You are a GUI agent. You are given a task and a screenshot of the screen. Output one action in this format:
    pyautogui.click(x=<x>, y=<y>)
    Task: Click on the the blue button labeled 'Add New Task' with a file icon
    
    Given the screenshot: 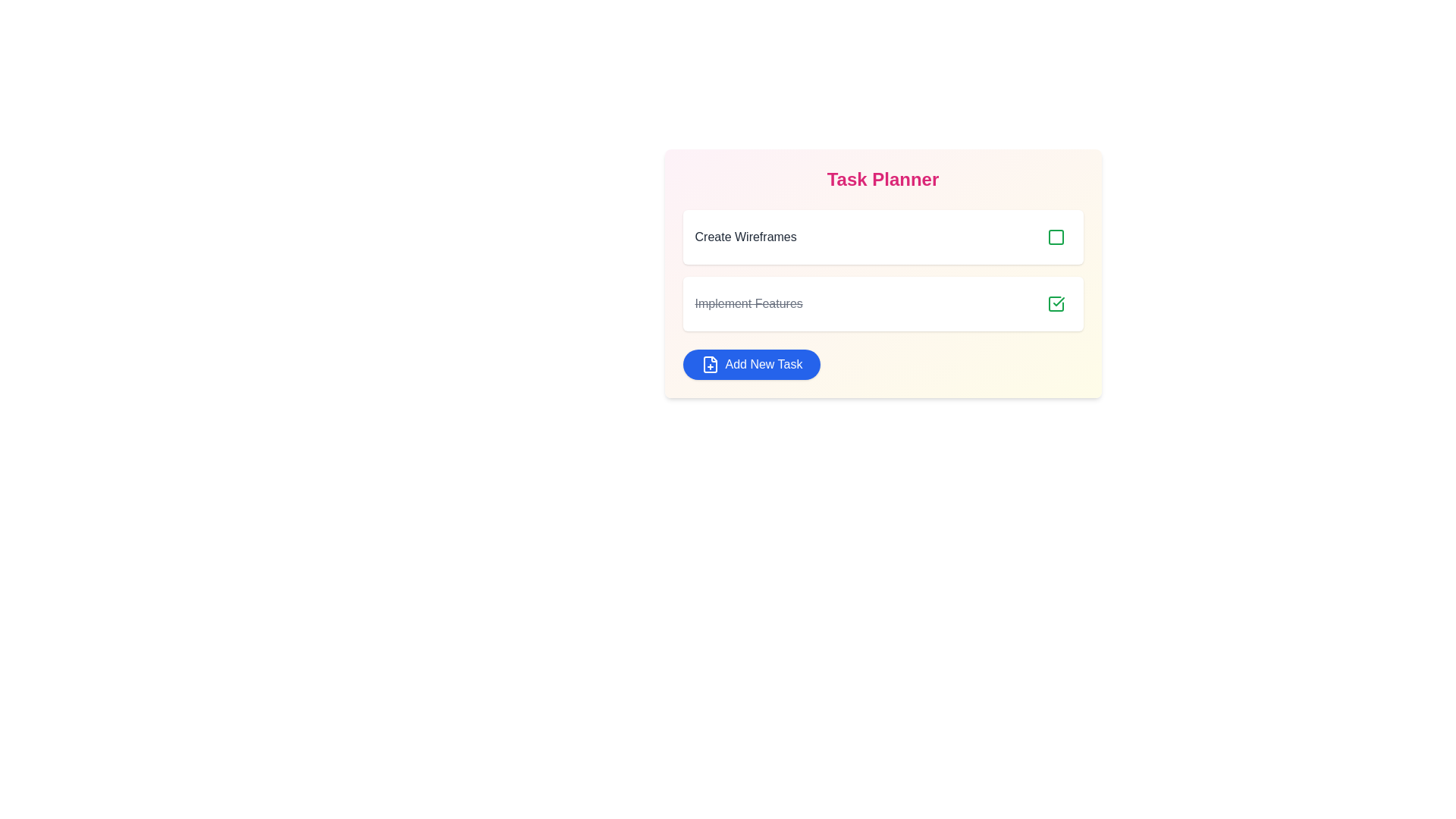 What is the action you would take?
    pyautogui.click(x=752, y=365)
    